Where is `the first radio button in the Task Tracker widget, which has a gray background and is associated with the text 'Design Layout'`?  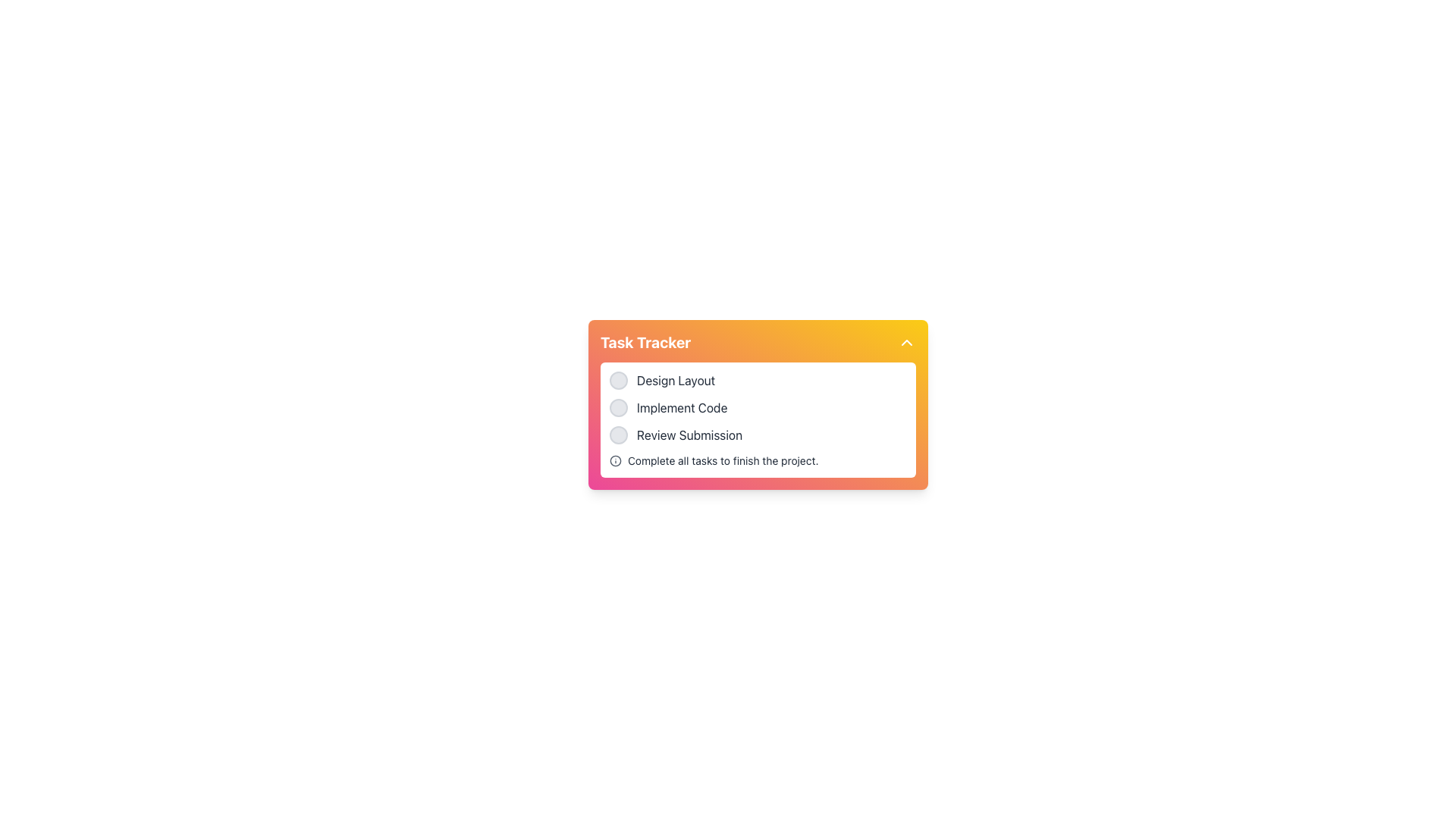 the first radio button in the Task Tracker widget, which has a gray background and is associated with the text 'Design Layout' is located at coordinates (619, 379).